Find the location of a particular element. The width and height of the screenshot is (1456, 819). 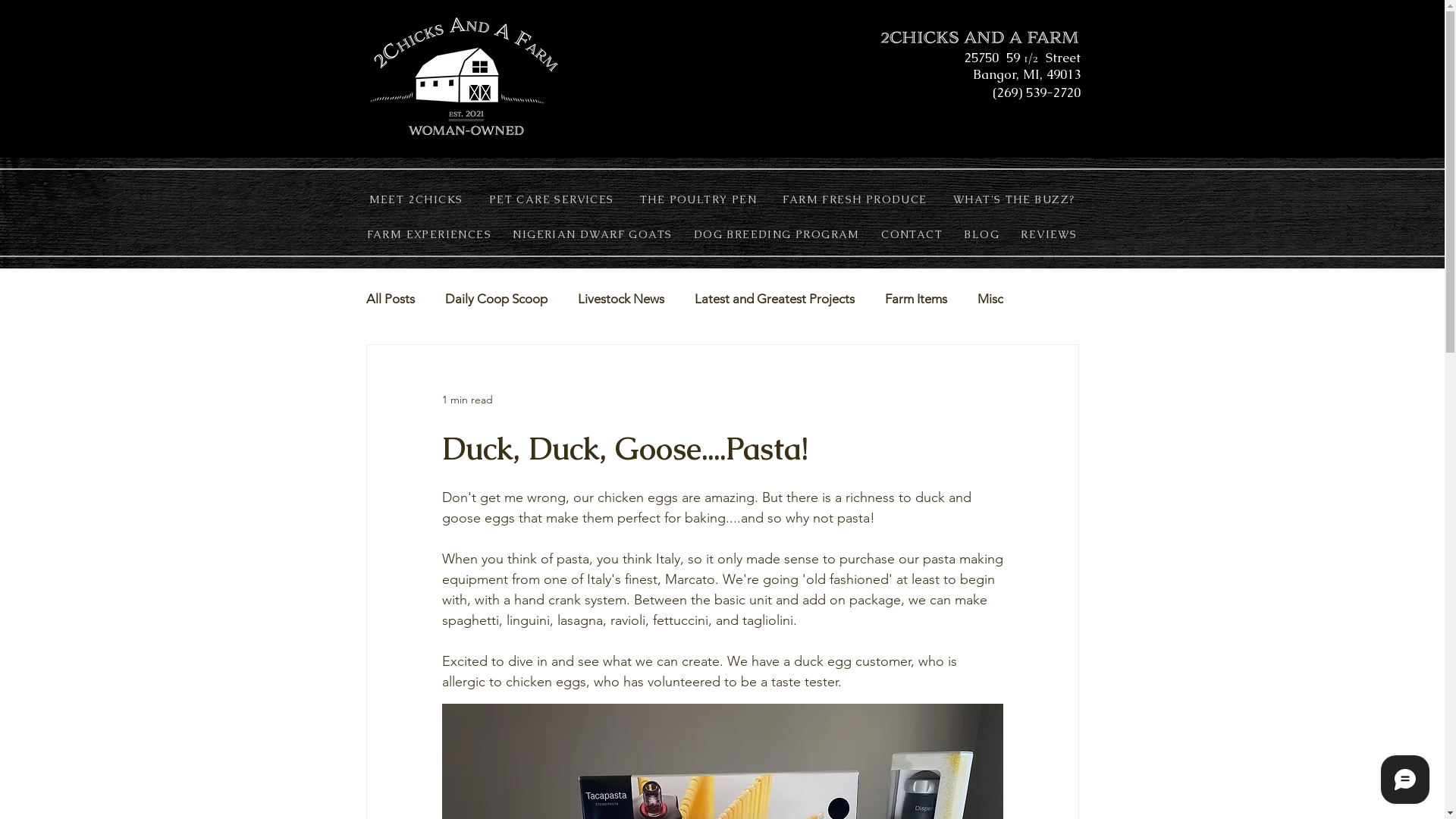

'All Posts' is located at coordinates (389, 298).